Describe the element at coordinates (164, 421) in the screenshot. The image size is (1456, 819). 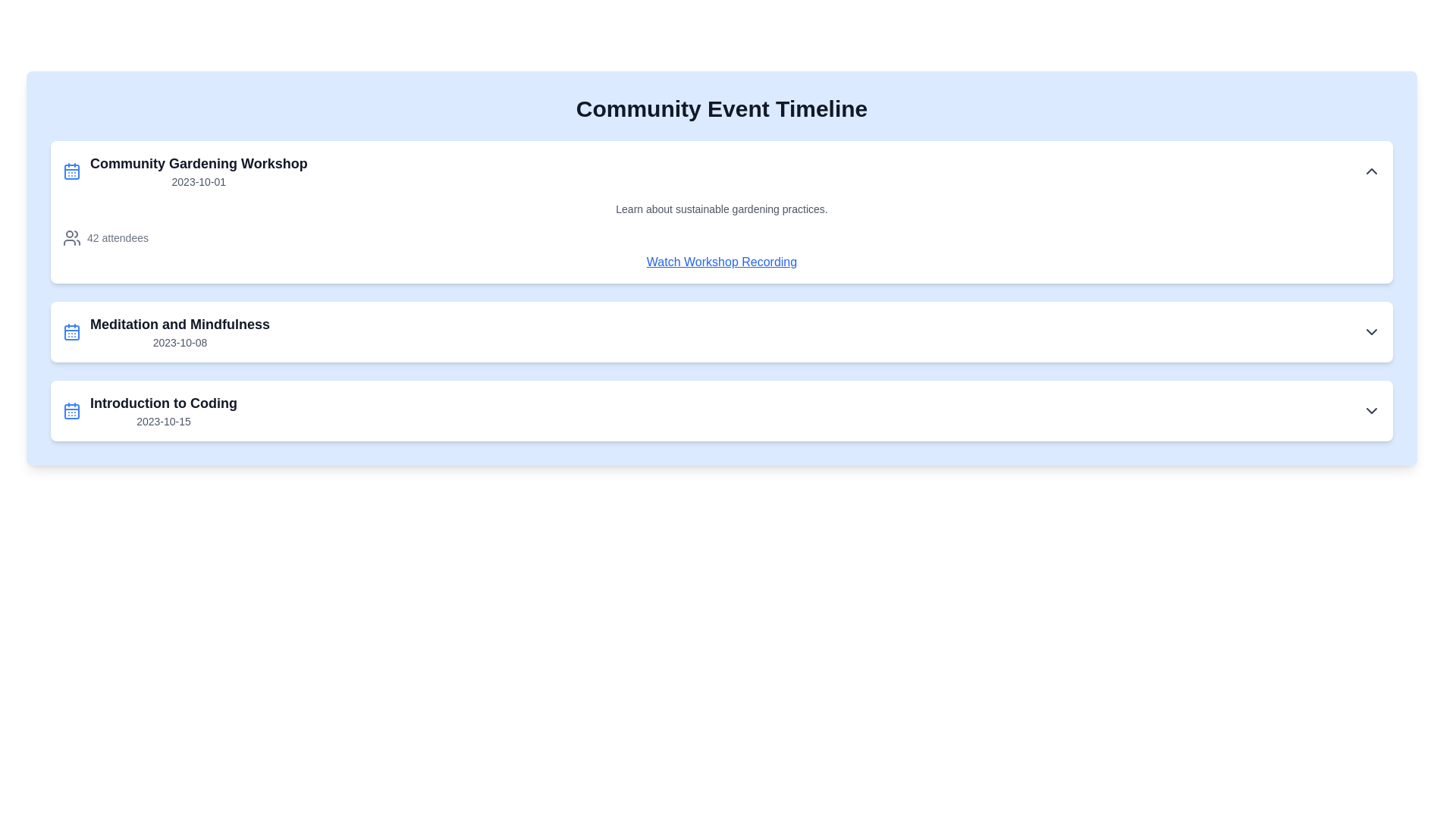
I see `the text displaying the date '2023-10-15', which is located below the title 'Introduction to Coding' in the event information section` at that location.